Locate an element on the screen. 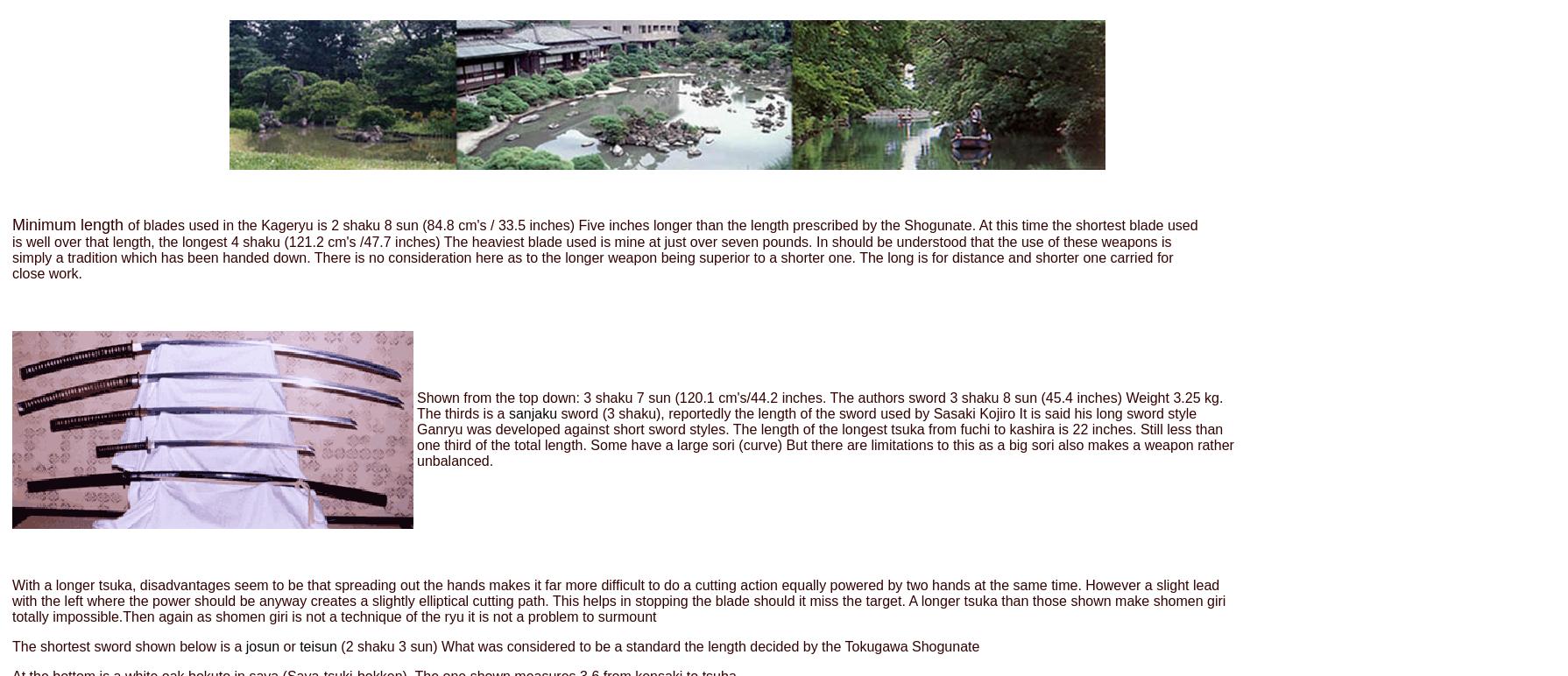  'or' is located at coordinates (279, 645).